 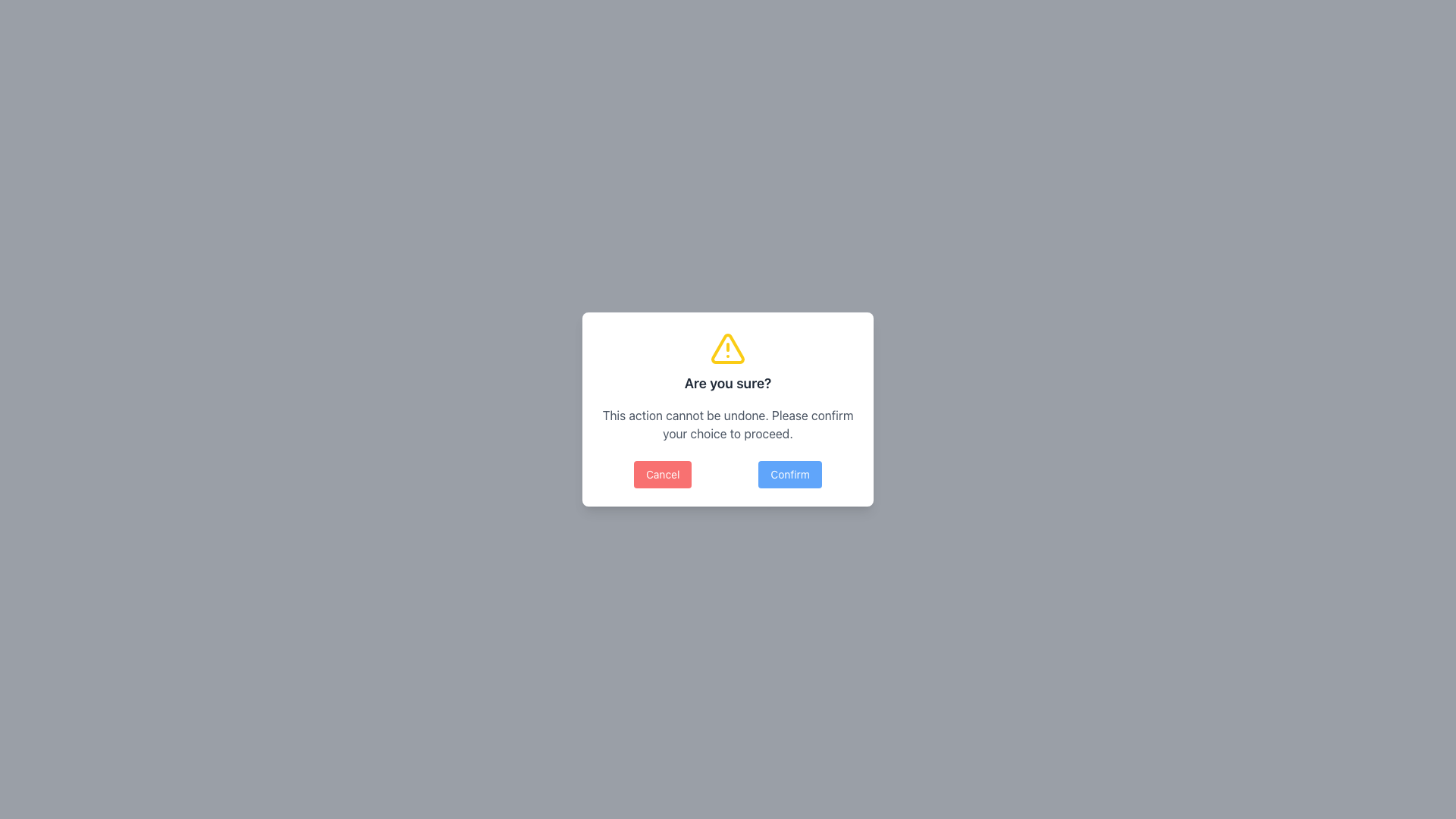 I want to click on text 'Are you sure?' which is a bold heading located centrally below the warning icon in the dialogue box, so click(x=728, y=382).